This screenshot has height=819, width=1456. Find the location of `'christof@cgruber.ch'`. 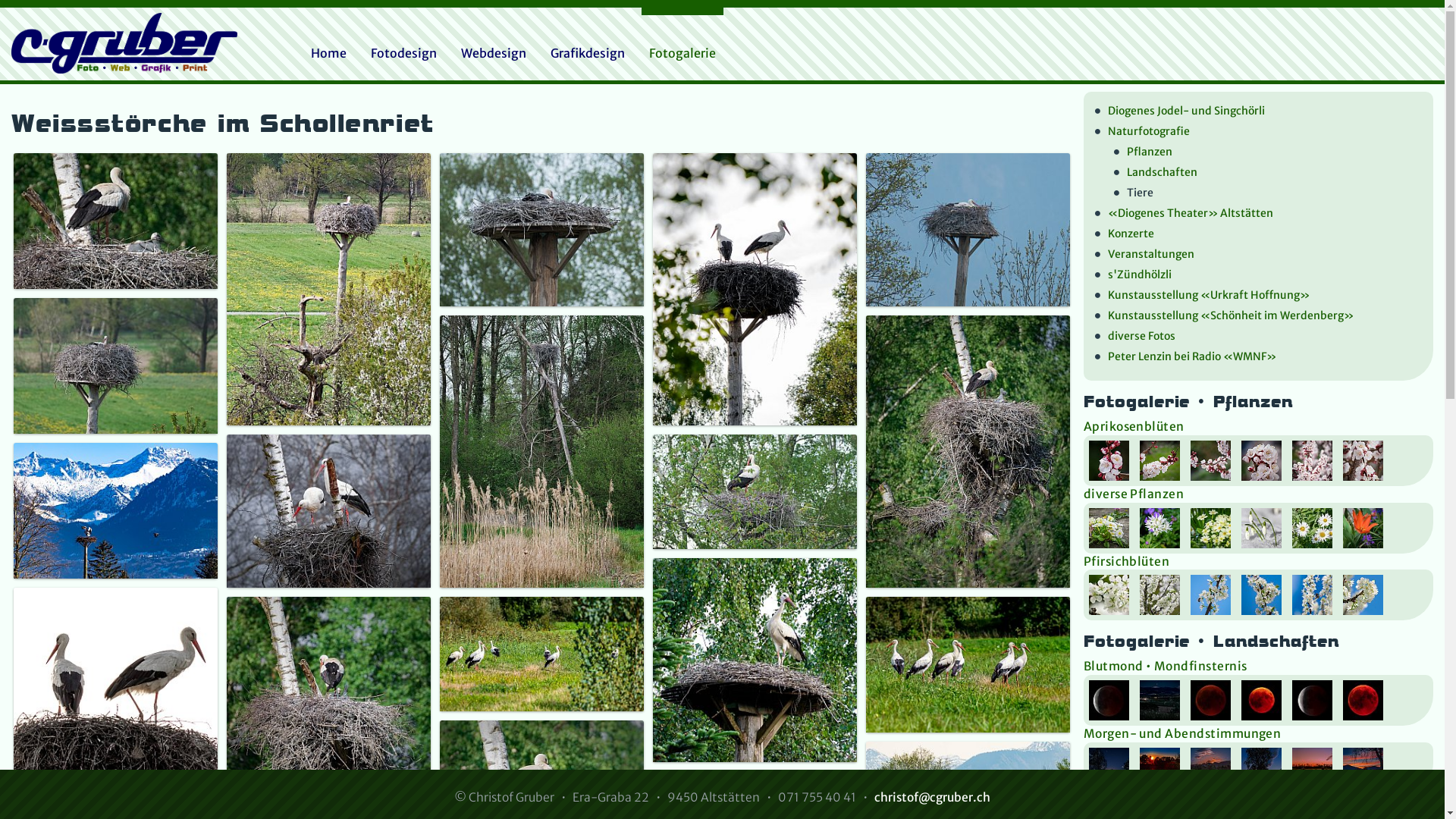

'christof@cgruber.ch' is located at coordinates (931, 796).